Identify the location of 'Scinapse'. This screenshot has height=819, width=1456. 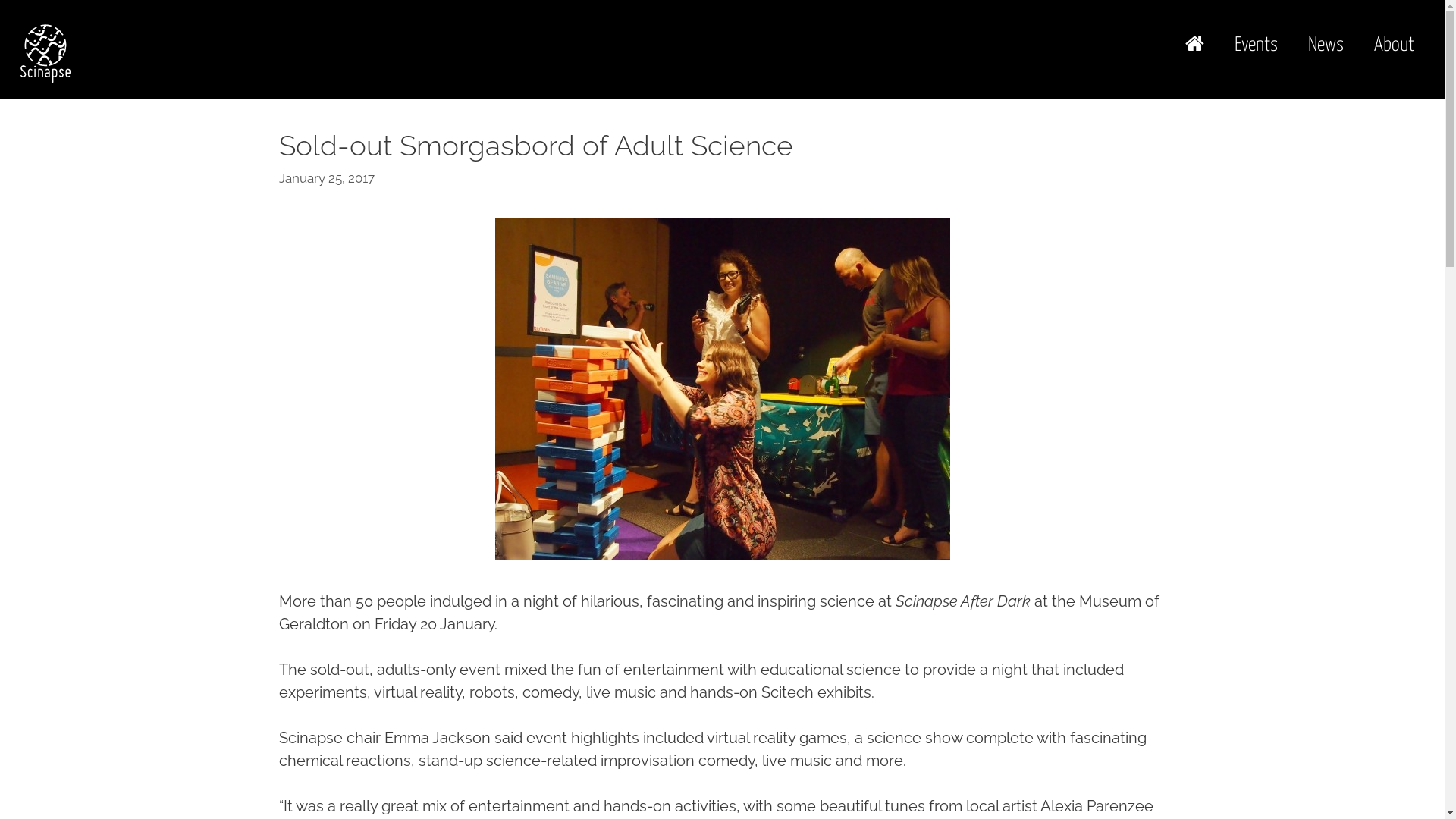
(45, 51).